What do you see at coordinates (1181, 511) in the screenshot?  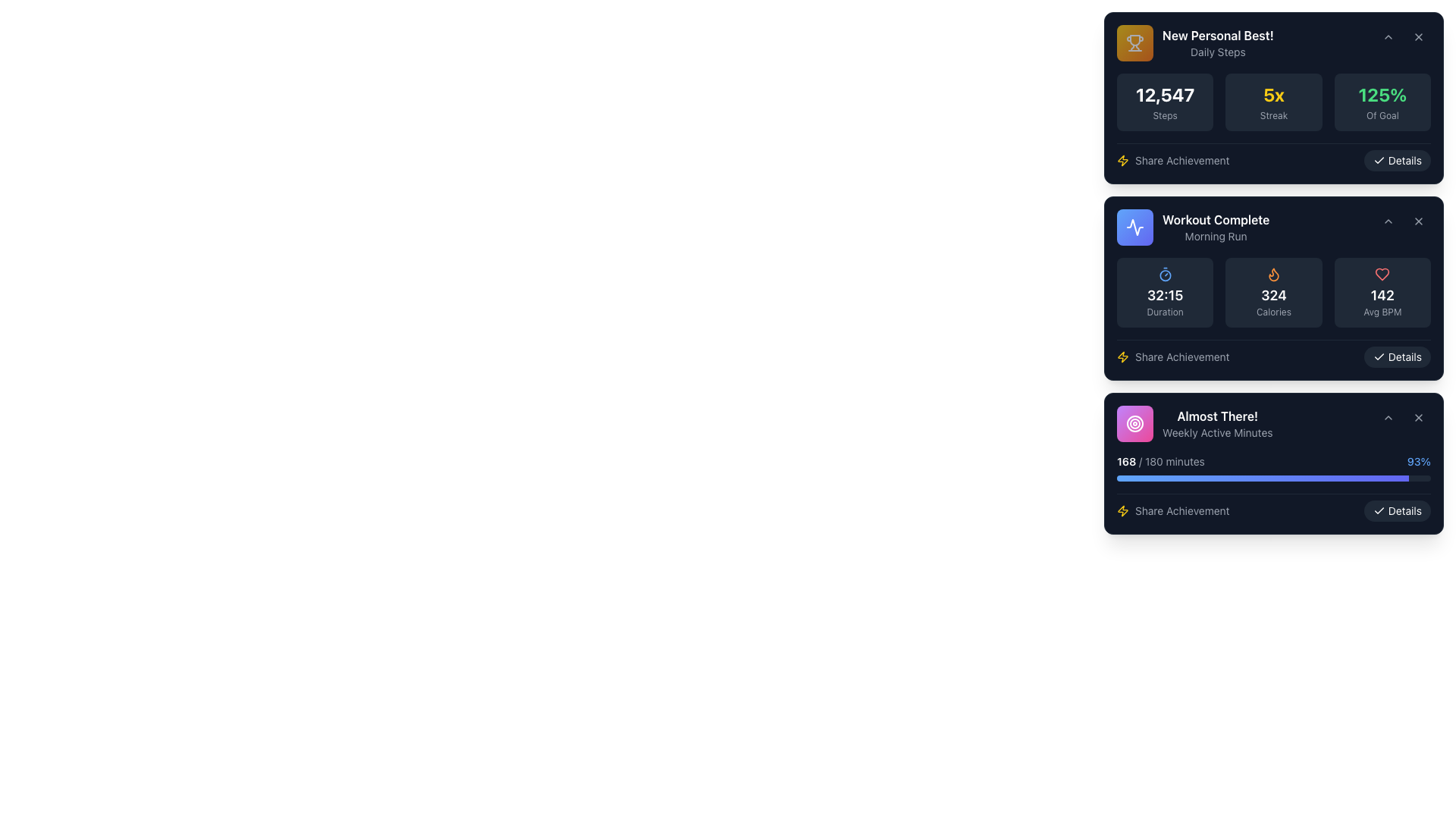 I see `the Text Label that is located in the bottom section of the 'Almost There!' card, positioned beside the lightning bolt icon, indicating a prompt related to sharing an achievement` at bounding box center [1181, 511].